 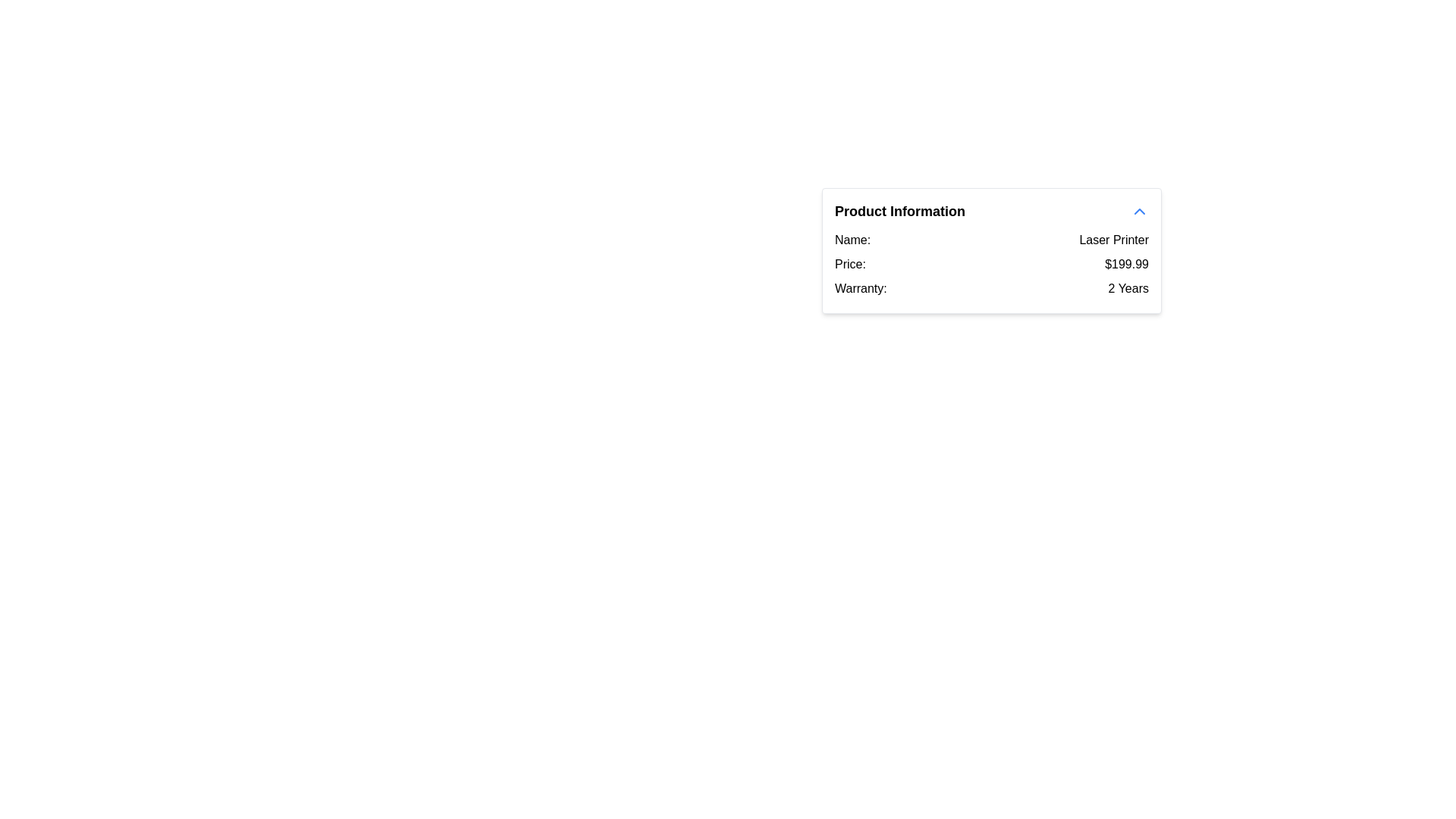 What do you see at coordinates (1128, 289) in the screenshot?
I see `the information displayed by the text label showing '2 Years', which is part of the warranty details in the product information card` at bounding box center [1128, 289].